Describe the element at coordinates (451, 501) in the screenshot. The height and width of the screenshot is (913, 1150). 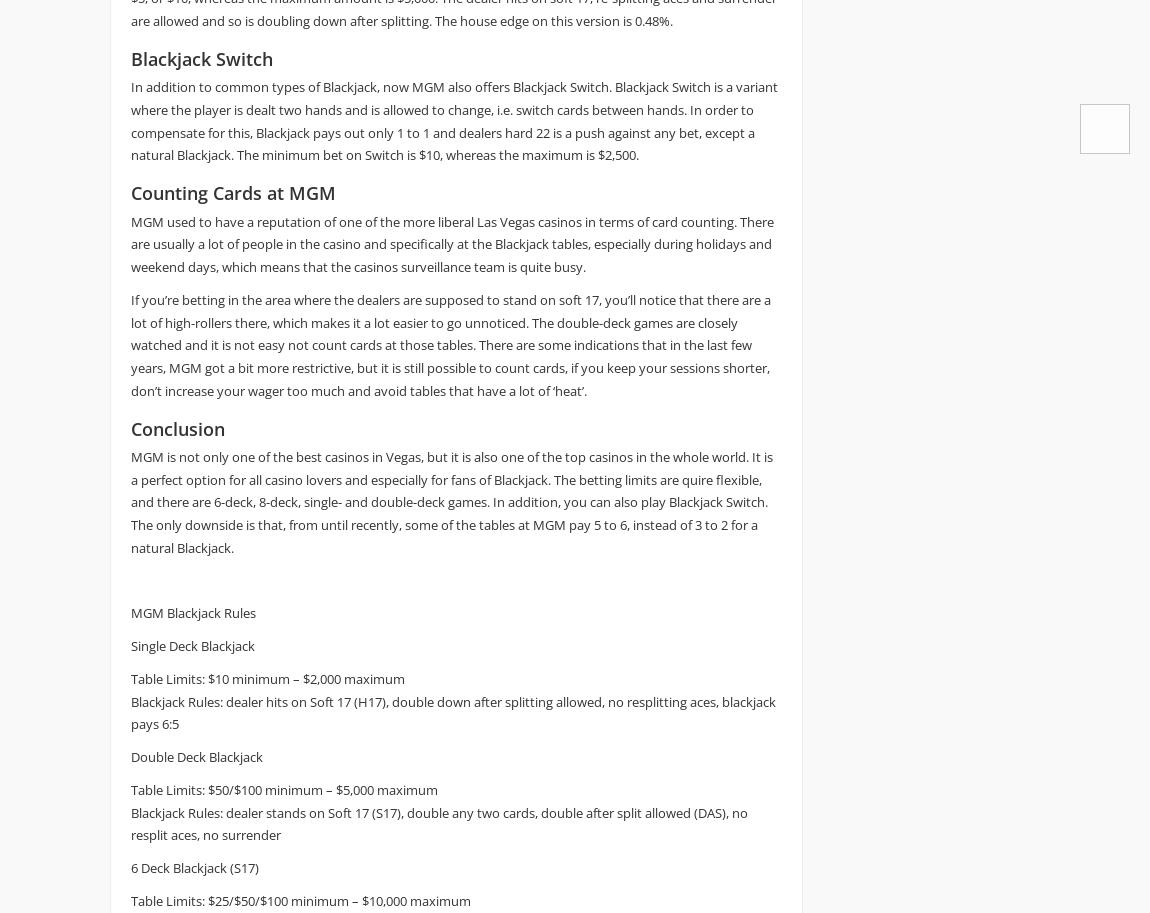
I see `'MGM is not only one of the best casinos in Vegas, but it is also one of the top casinos in the whole world. It is a perfect option for all casino lovers and especially for fans of Blackjack. The betting limits are quire flexible, and there are 6-deck, 8-deck, single- and double-deck games. In addition, you can also play Blackjack Switch. The only downside is that, from until recently, some of the tables at MGM pay 5 to 6, instead of 3 to 2 for a natural Blackjack.'` at that location.